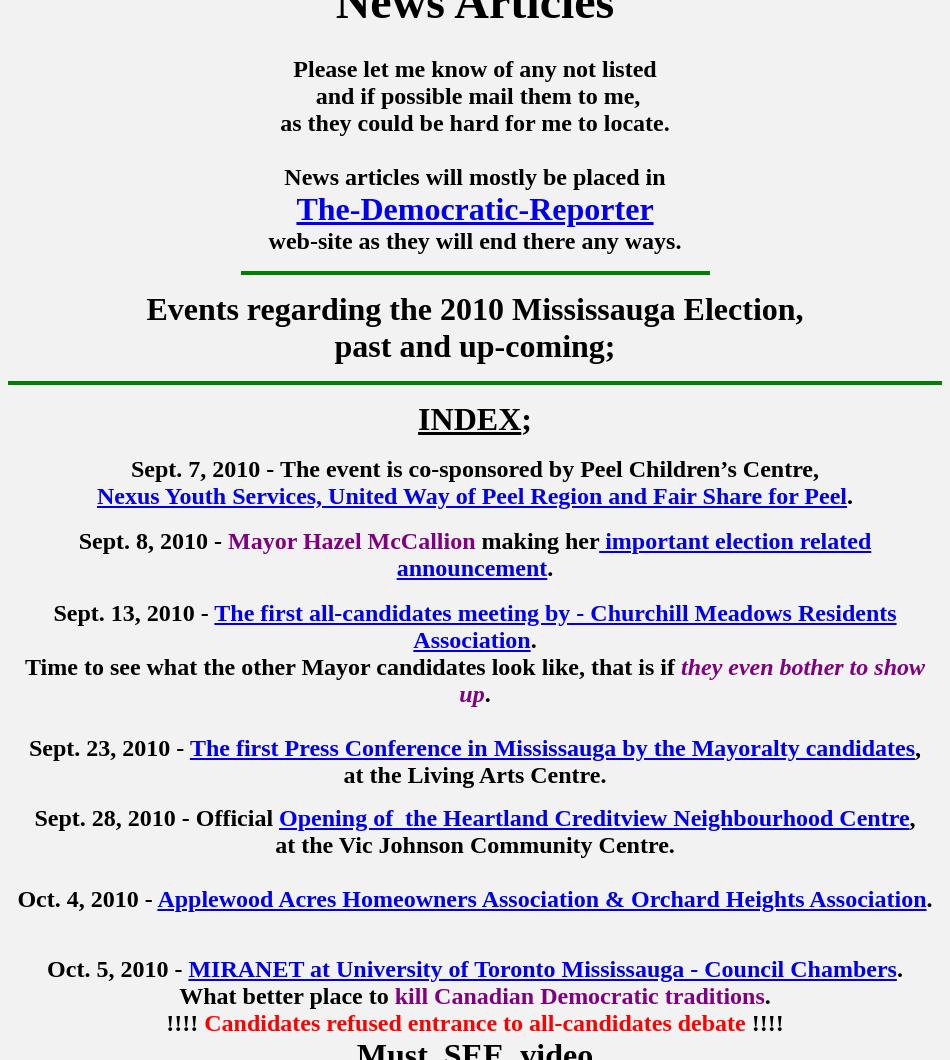 This screenshot has height=1060, width=950. I want to click on 'MIRANET at University of Toronto Mississauga - Council Chambers', so click(188, 968).